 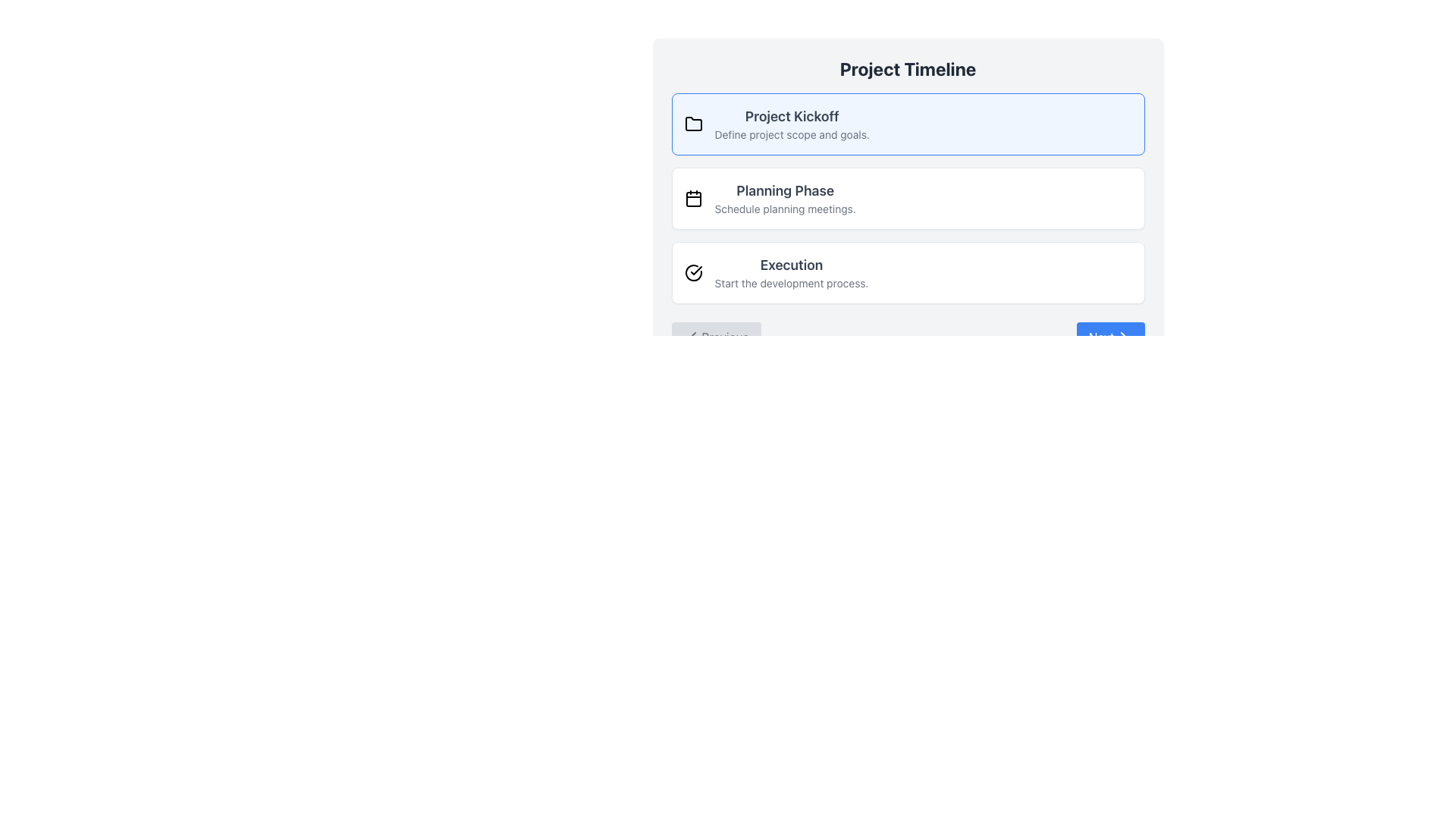 What do you see at coordinates (692, 198) in the screenshot?
I see `the inner rectangle of the calendar icon representing the 'Planning Phase' option in the 'Project Timeline' list` at bounding box center [692, 198].